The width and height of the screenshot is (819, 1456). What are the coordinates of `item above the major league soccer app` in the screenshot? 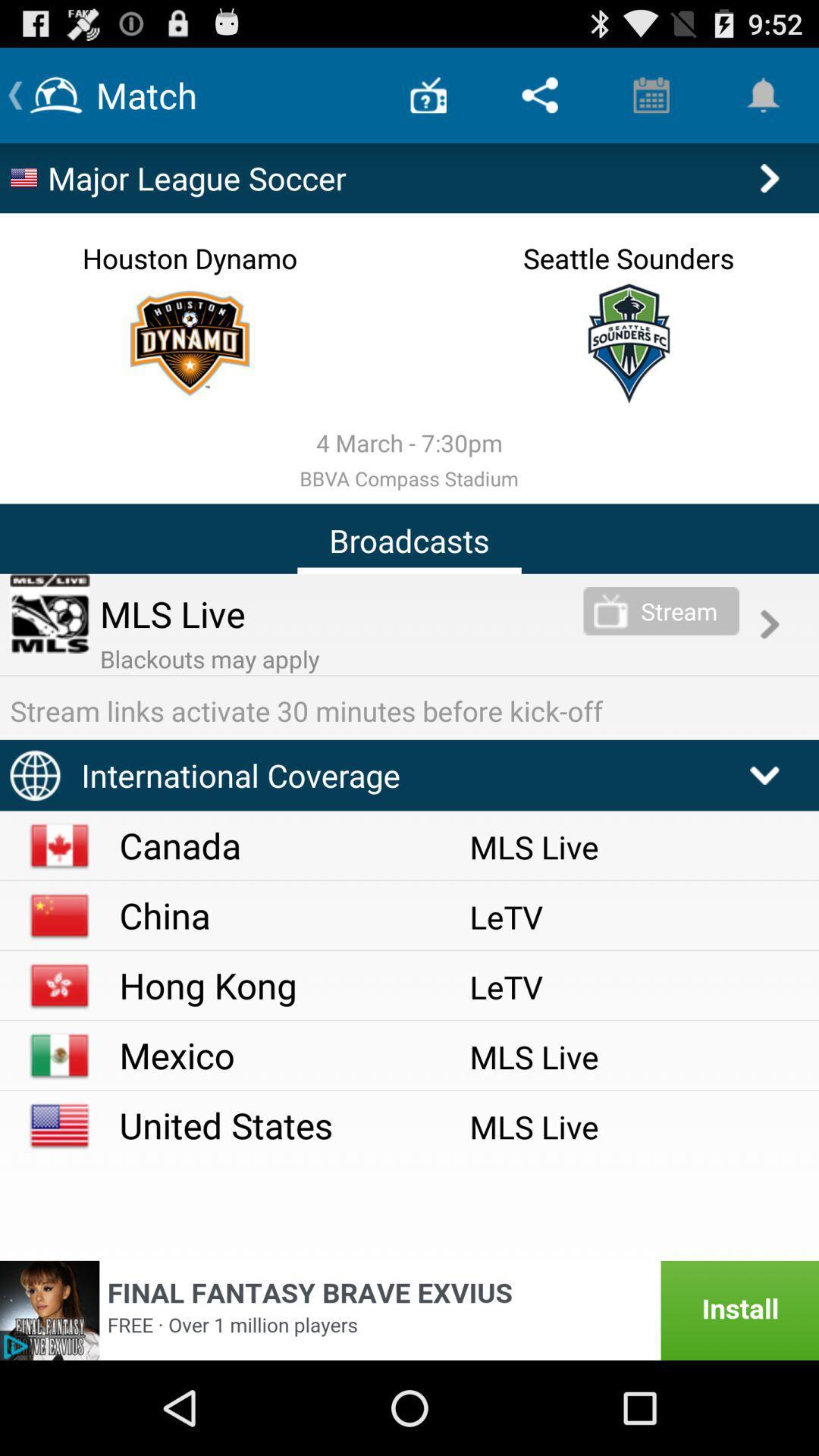 It's located at (539, 94).